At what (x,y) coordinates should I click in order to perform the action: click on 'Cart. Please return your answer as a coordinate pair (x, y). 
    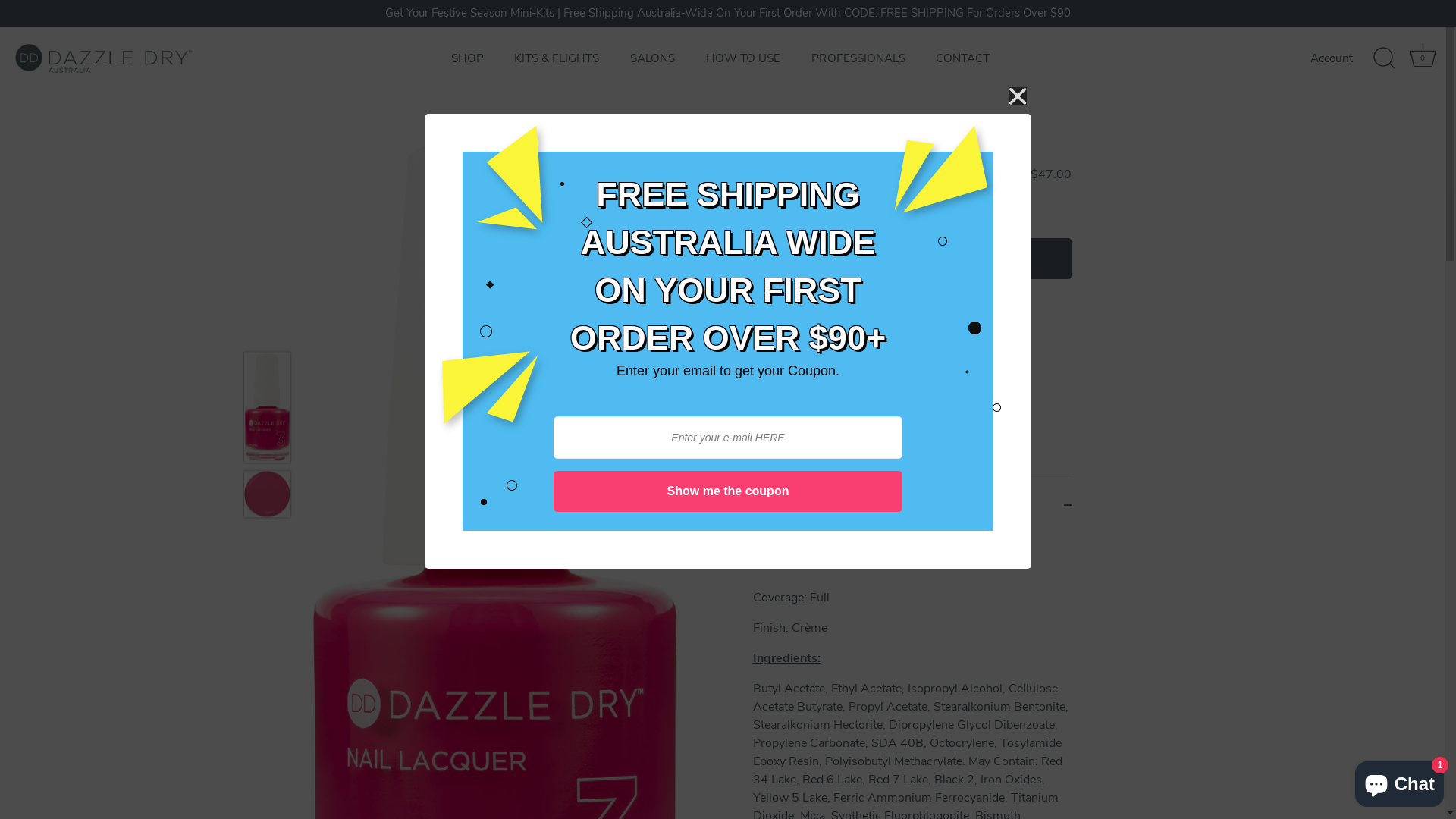
    Looking at the image, I should click on (1404, 58).